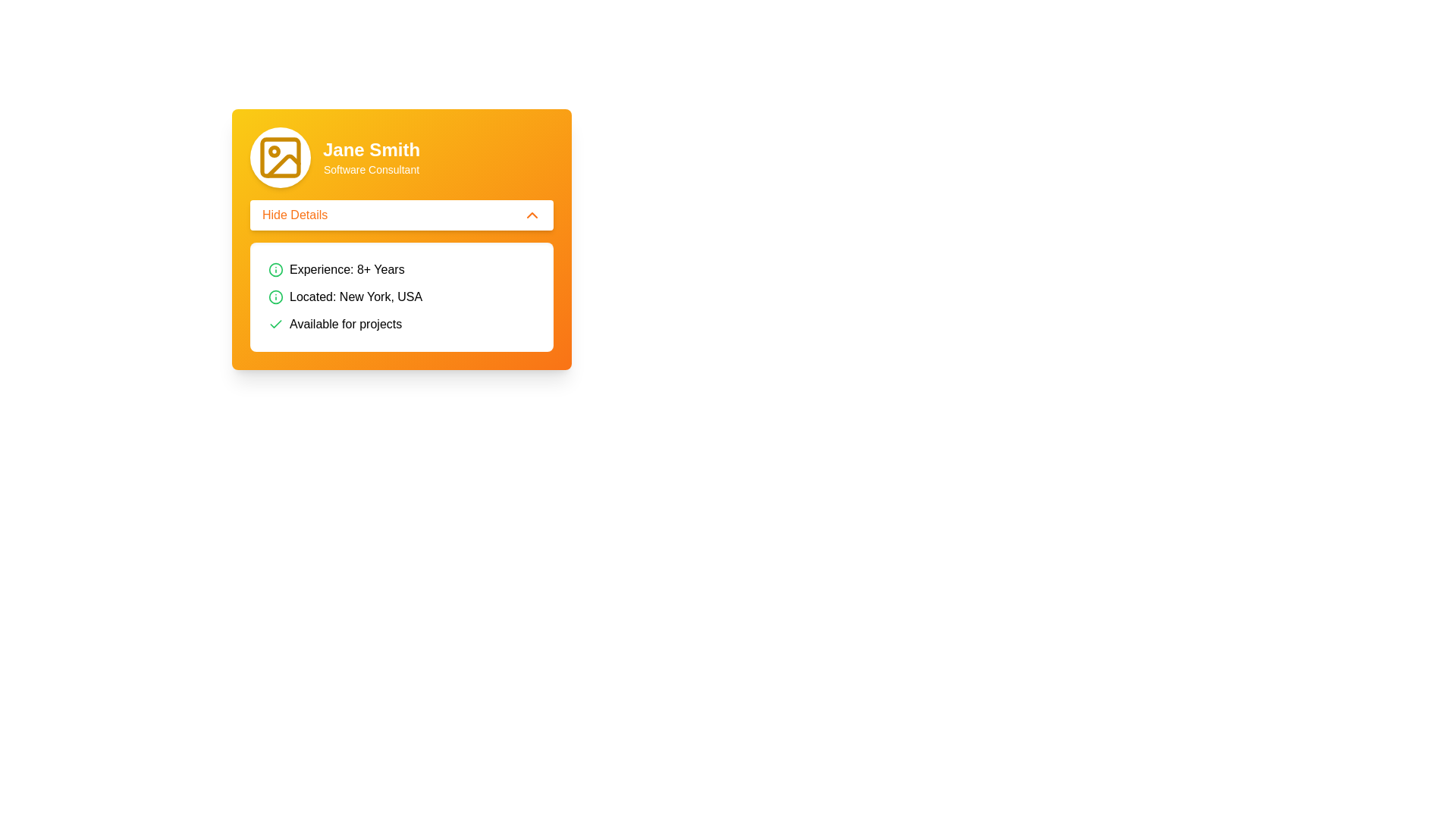 The image size is (1456, 819). I want to click on the text and icon element displaying 'Experience: 8+ Years' with a green circular icon featuring an 'i' symbol, located in the user details section of the user card, so click(401, 268).